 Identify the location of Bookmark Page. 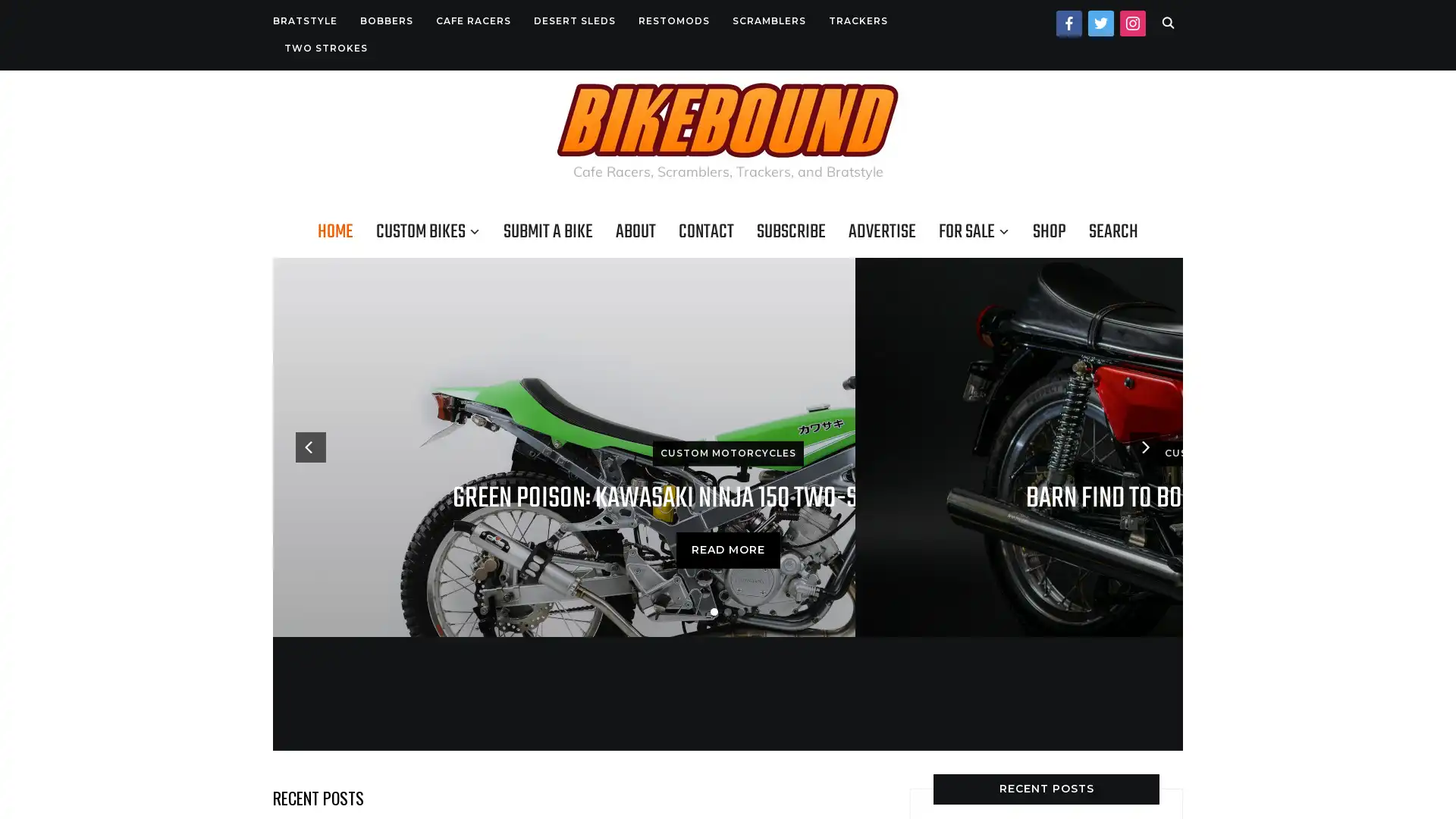
(1426, 736).